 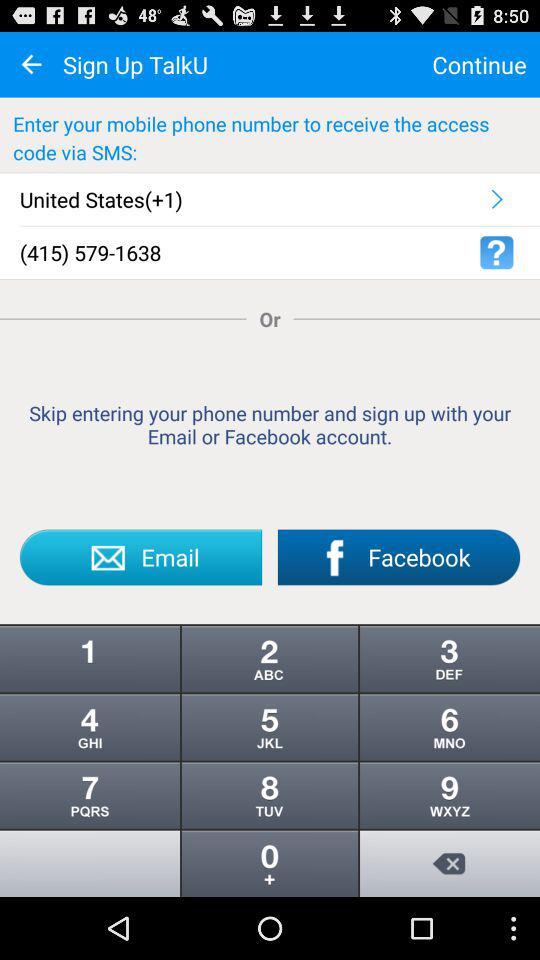 I want to click on the more icon, so click(x=270, y=777).